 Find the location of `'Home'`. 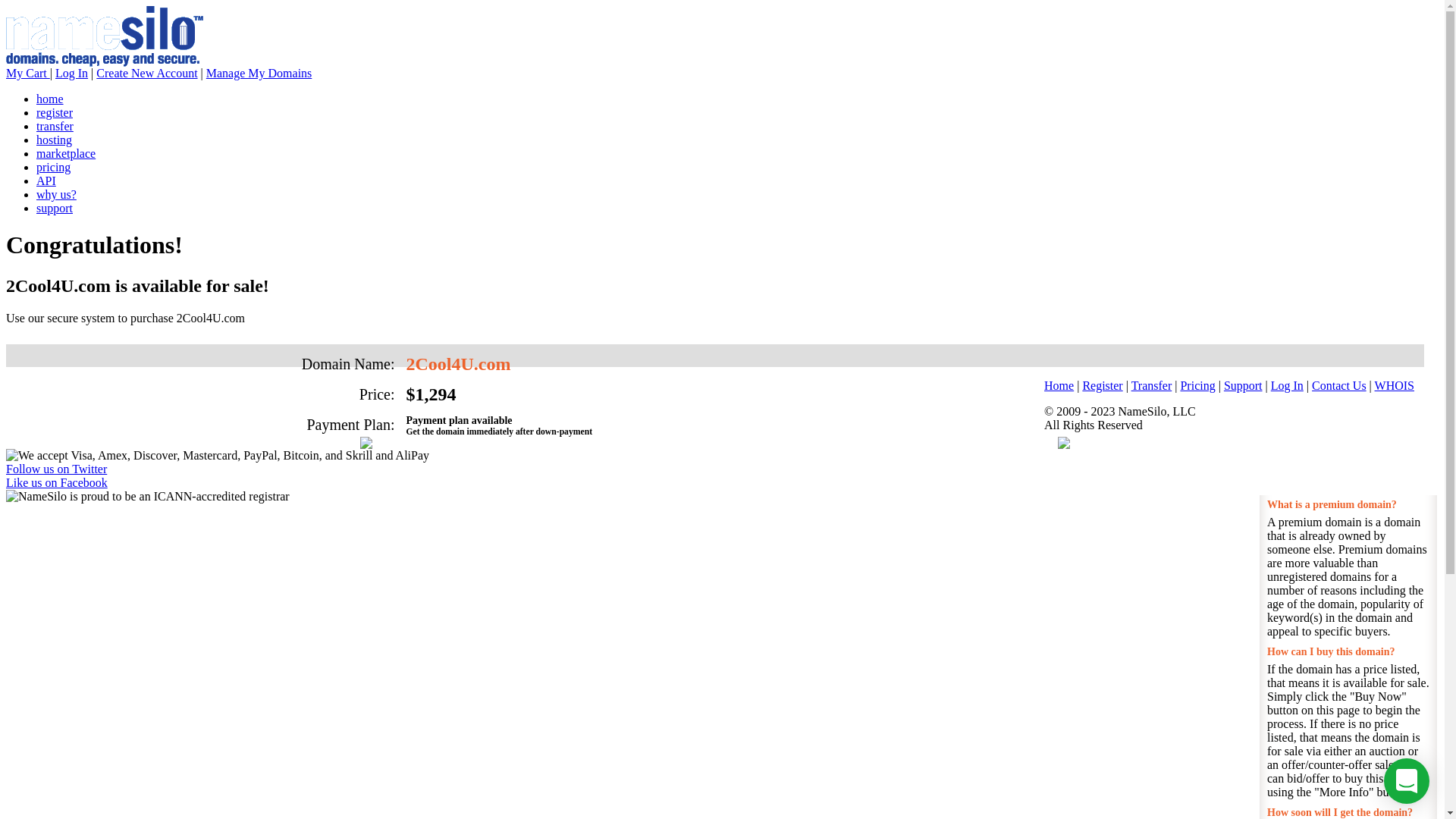

'Home' is located at coordinates (1058, 384).